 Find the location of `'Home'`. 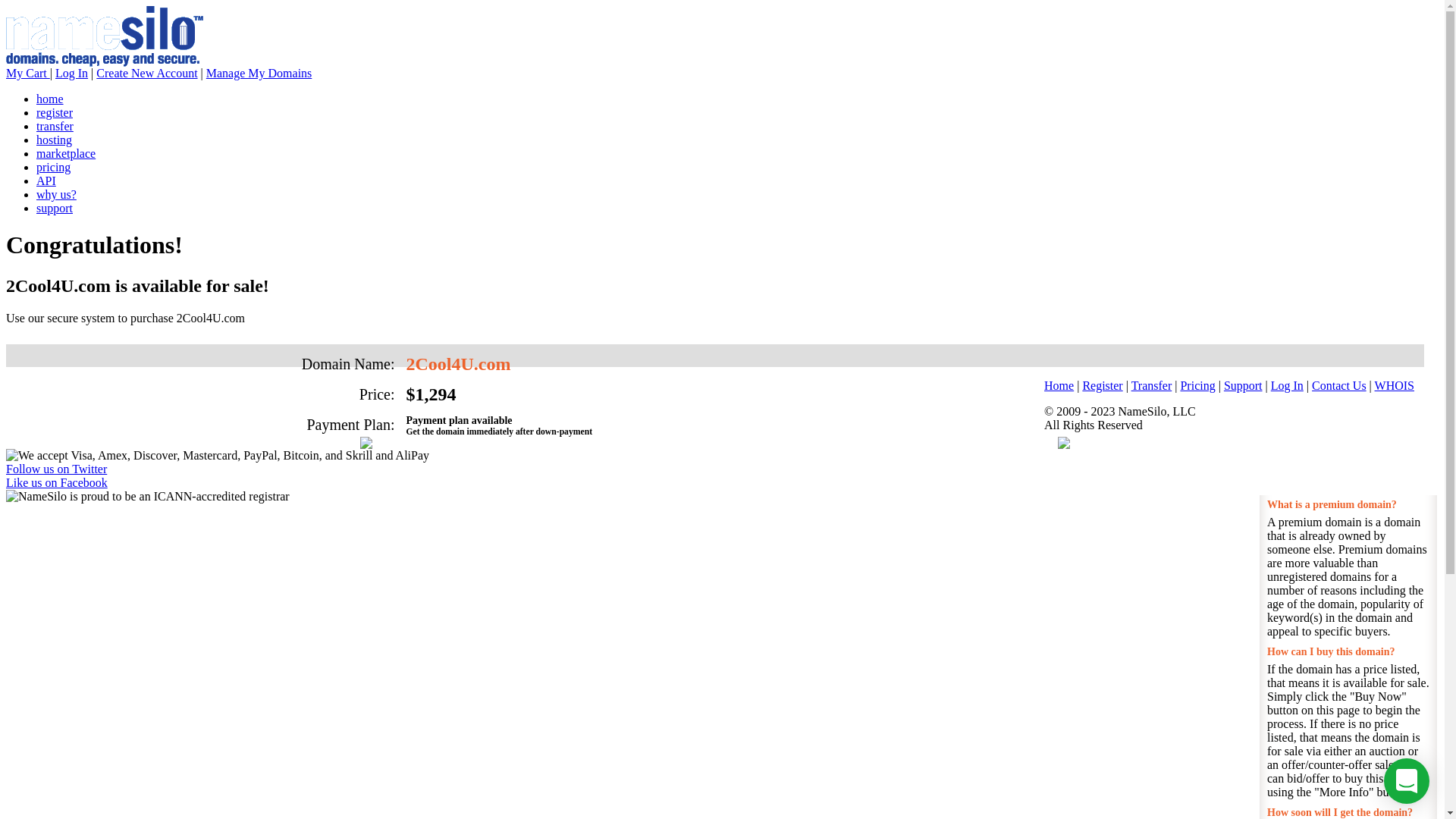

'Home' is located at coordinates (1058, 384).